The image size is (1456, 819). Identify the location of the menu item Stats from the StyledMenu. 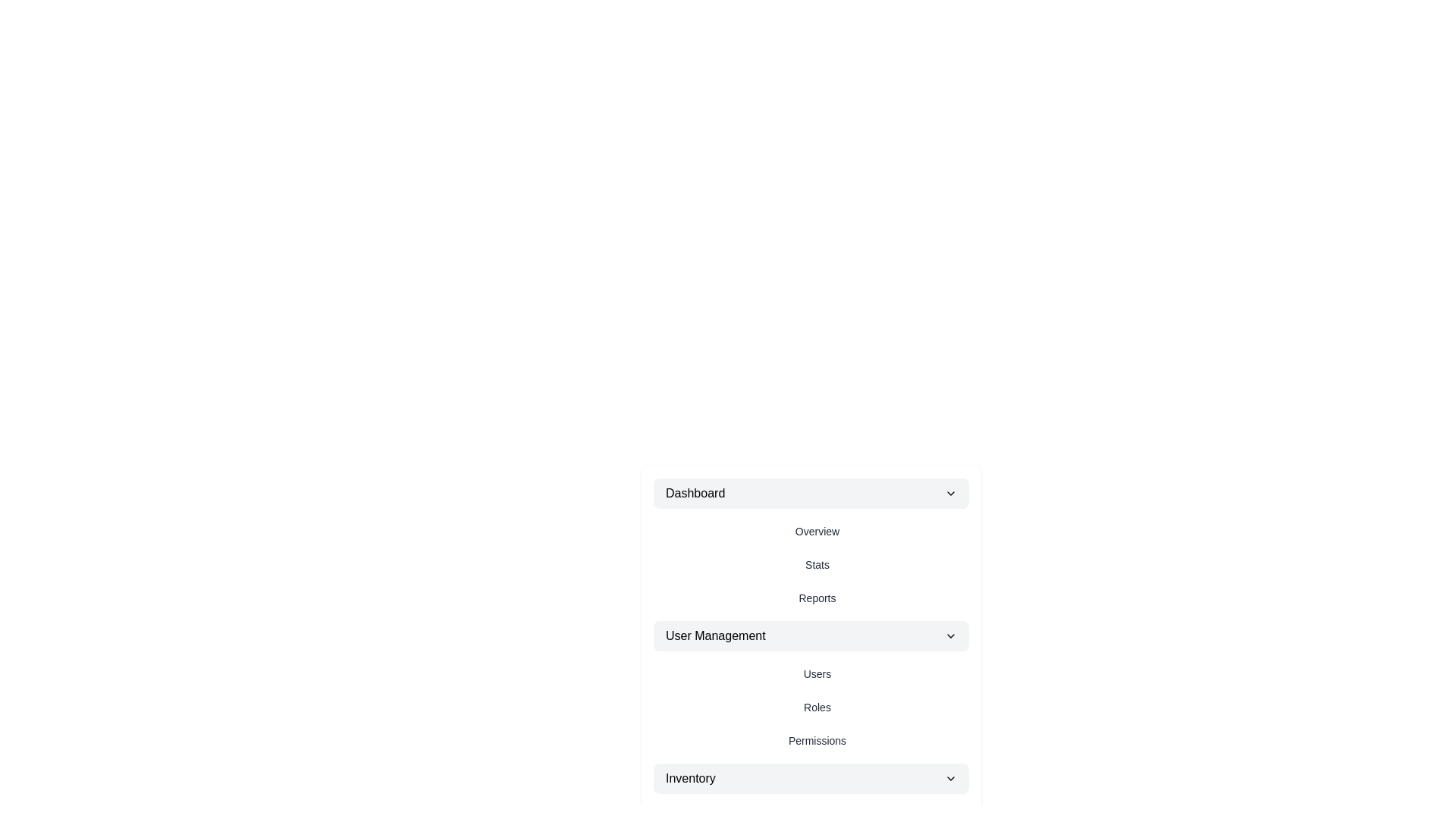
(817, 564).